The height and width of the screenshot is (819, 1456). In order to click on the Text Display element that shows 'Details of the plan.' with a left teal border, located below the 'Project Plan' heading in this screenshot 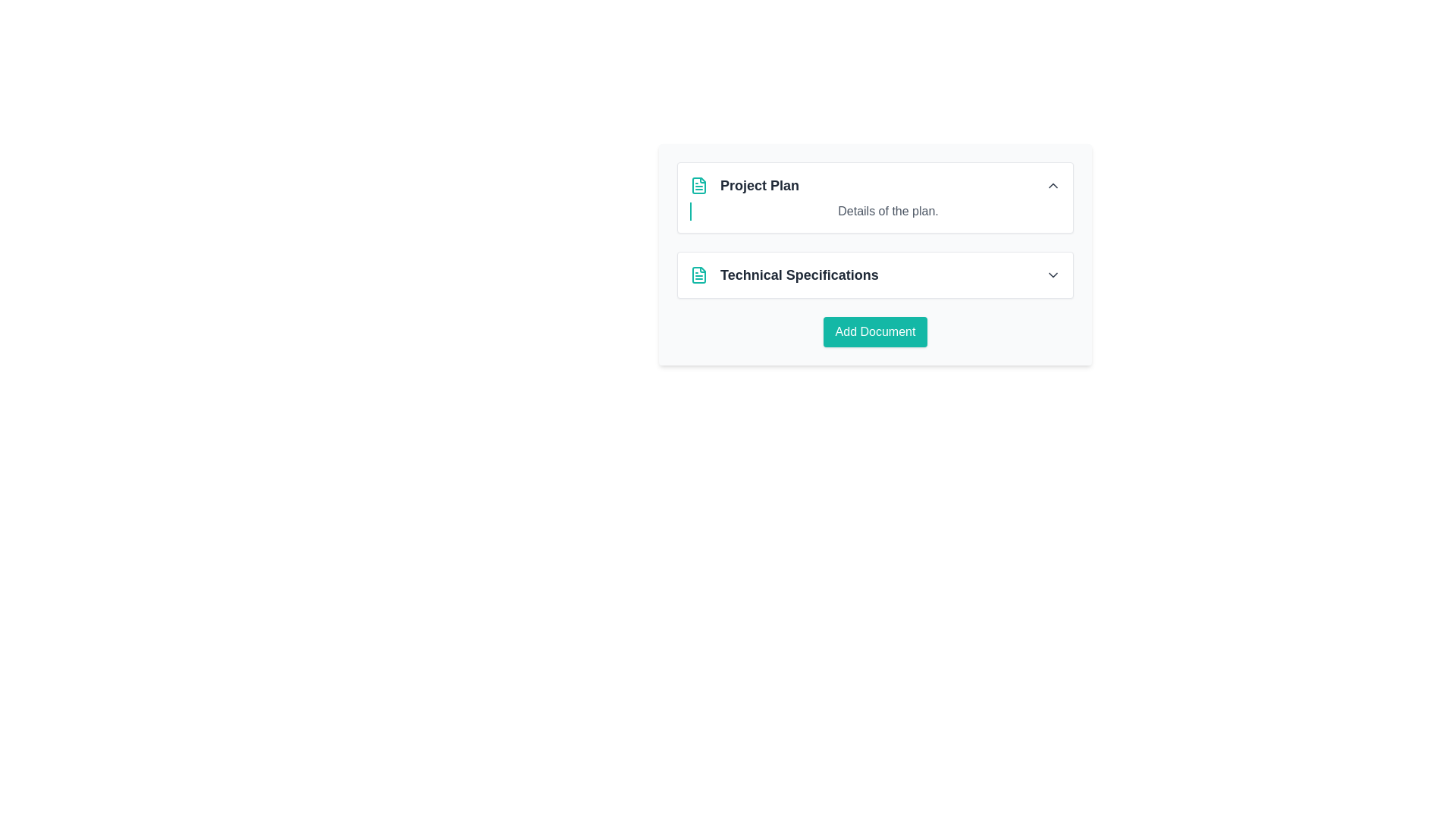, I will do `click(875, 211)`.